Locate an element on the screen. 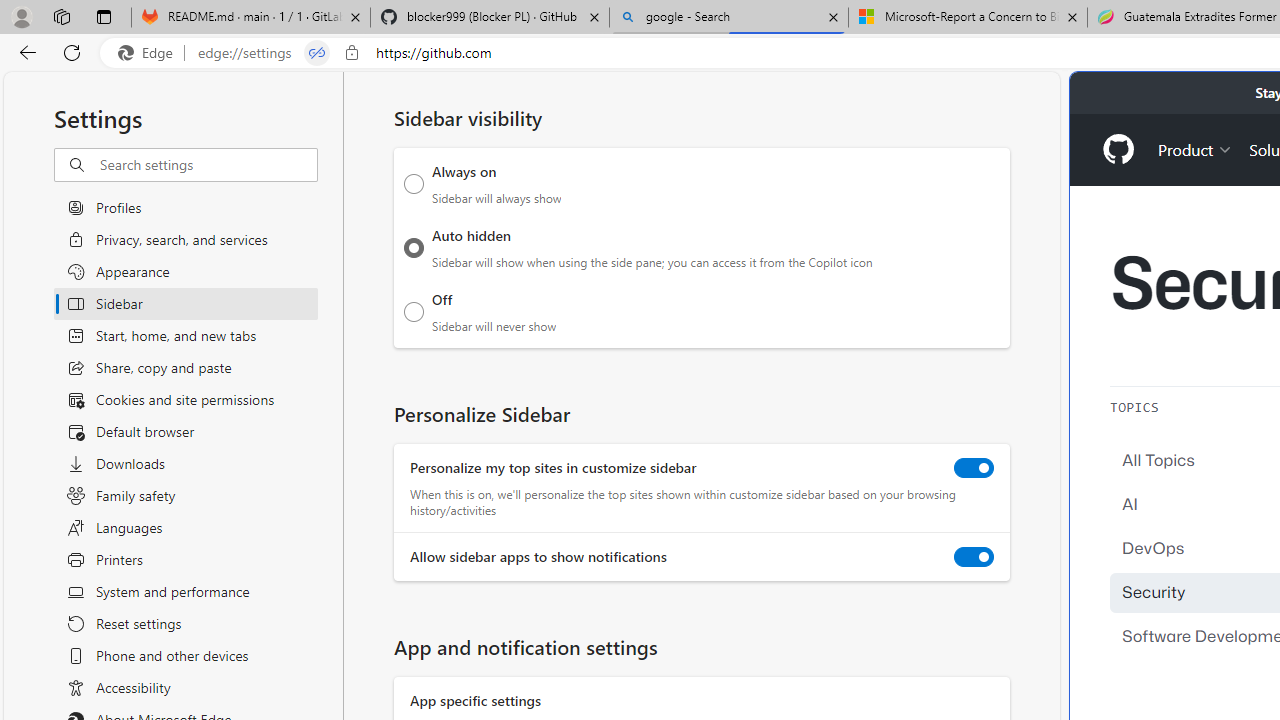 The width and height of the screenshot is (1280, 720). 'Search settings' is located at coordinates (208, 164).